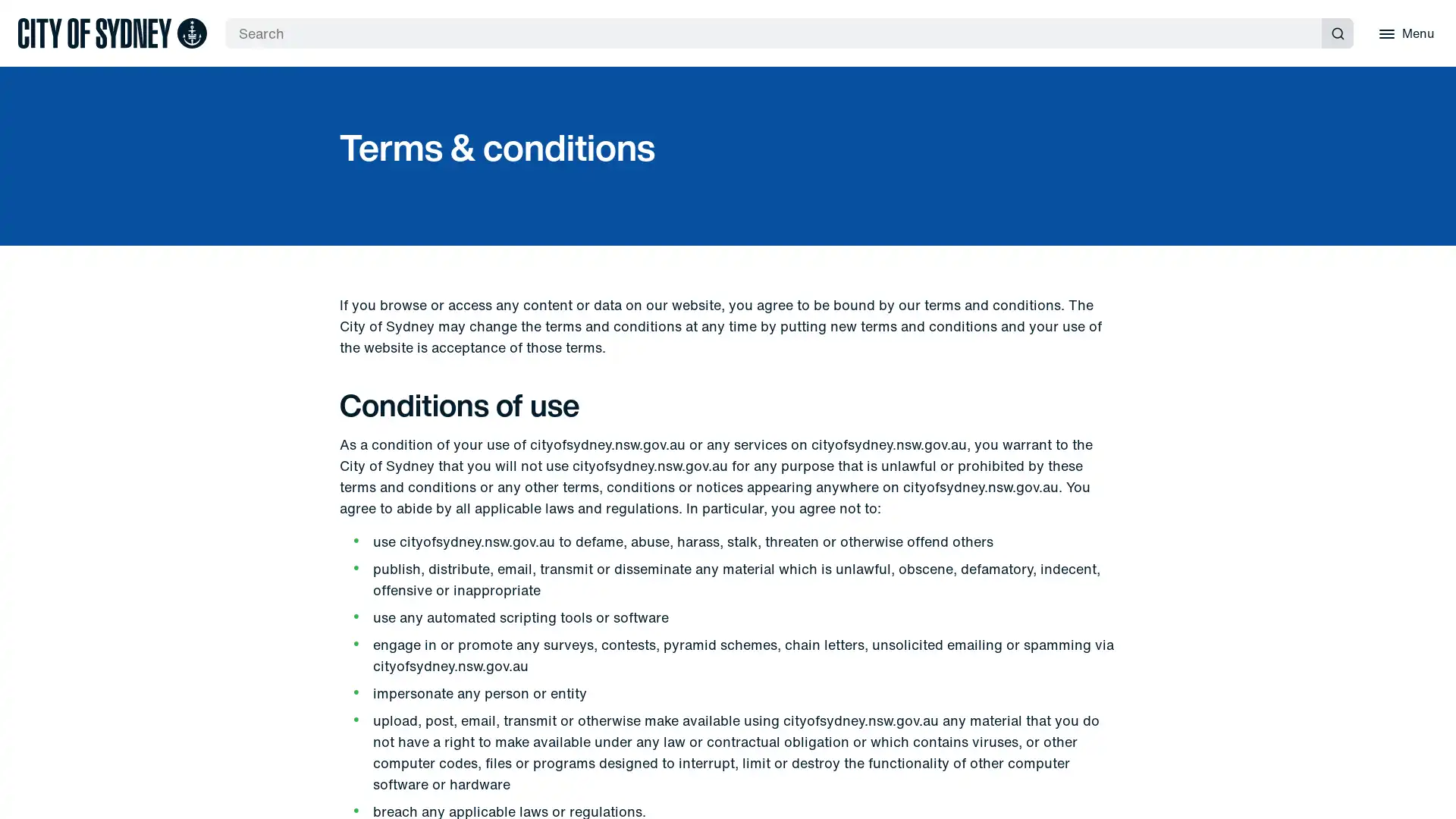 The width and height of the screenshot is (1456, 819). I want to click on Menu, so click(1404, 33).